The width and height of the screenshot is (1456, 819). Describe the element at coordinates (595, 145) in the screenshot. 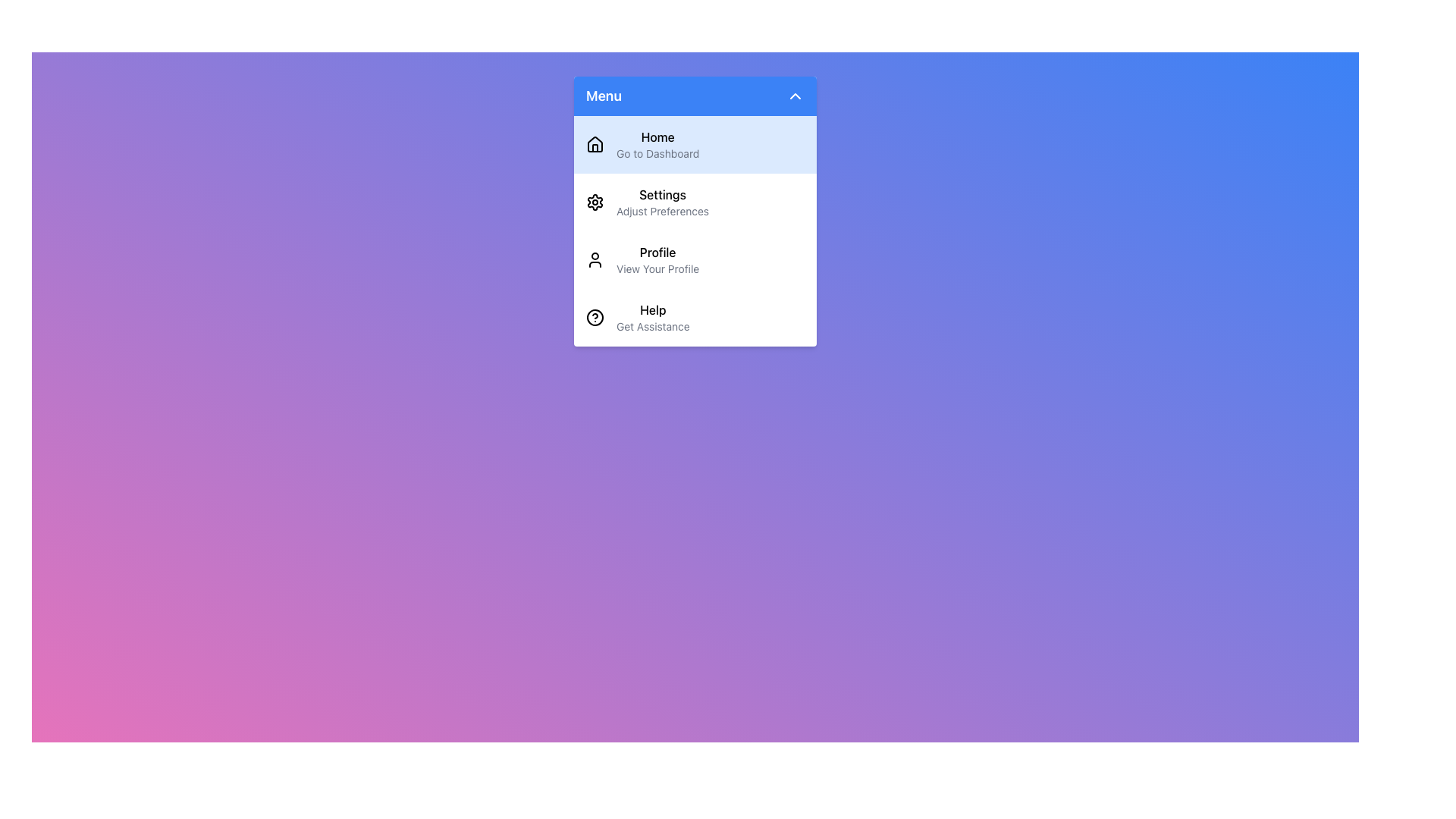

I see `the decorative 'Home' icon located at the leftmost position in the menu to visually indicate the 'Home' section` at that location.